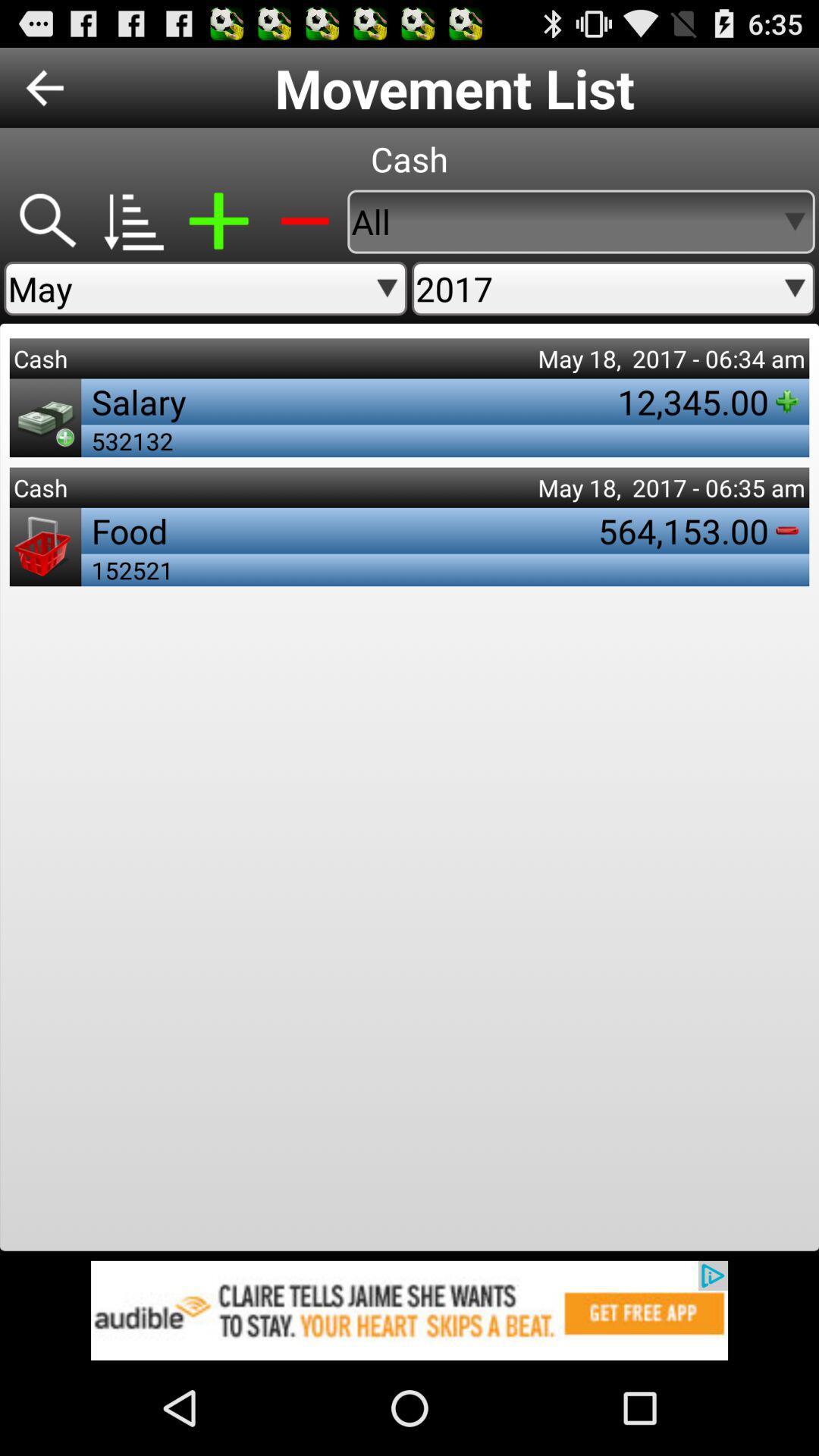 The height and width of the screenshot is (1456, 819). What do you see at coordinates (304, 236) in the screenshot?
I see `the minus icon` at bounding box center [304, 236].